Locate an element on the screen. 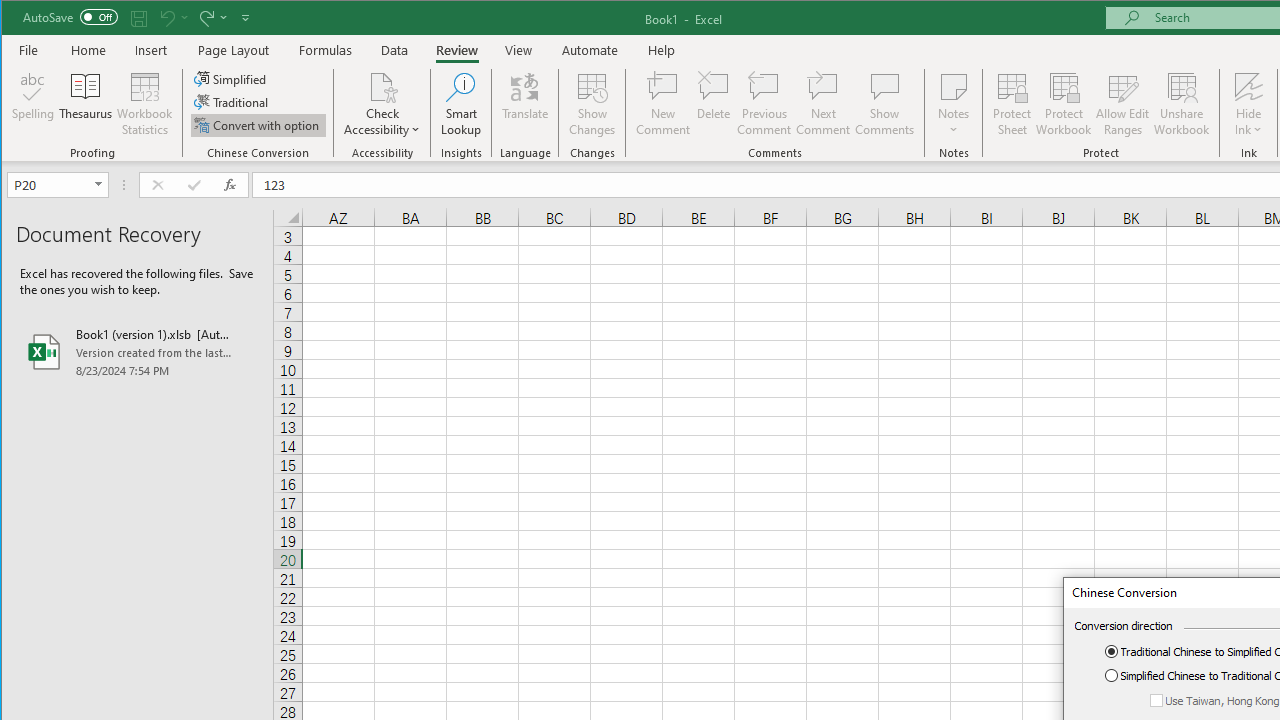  'Traditional' is located at coordinates (232, 102).